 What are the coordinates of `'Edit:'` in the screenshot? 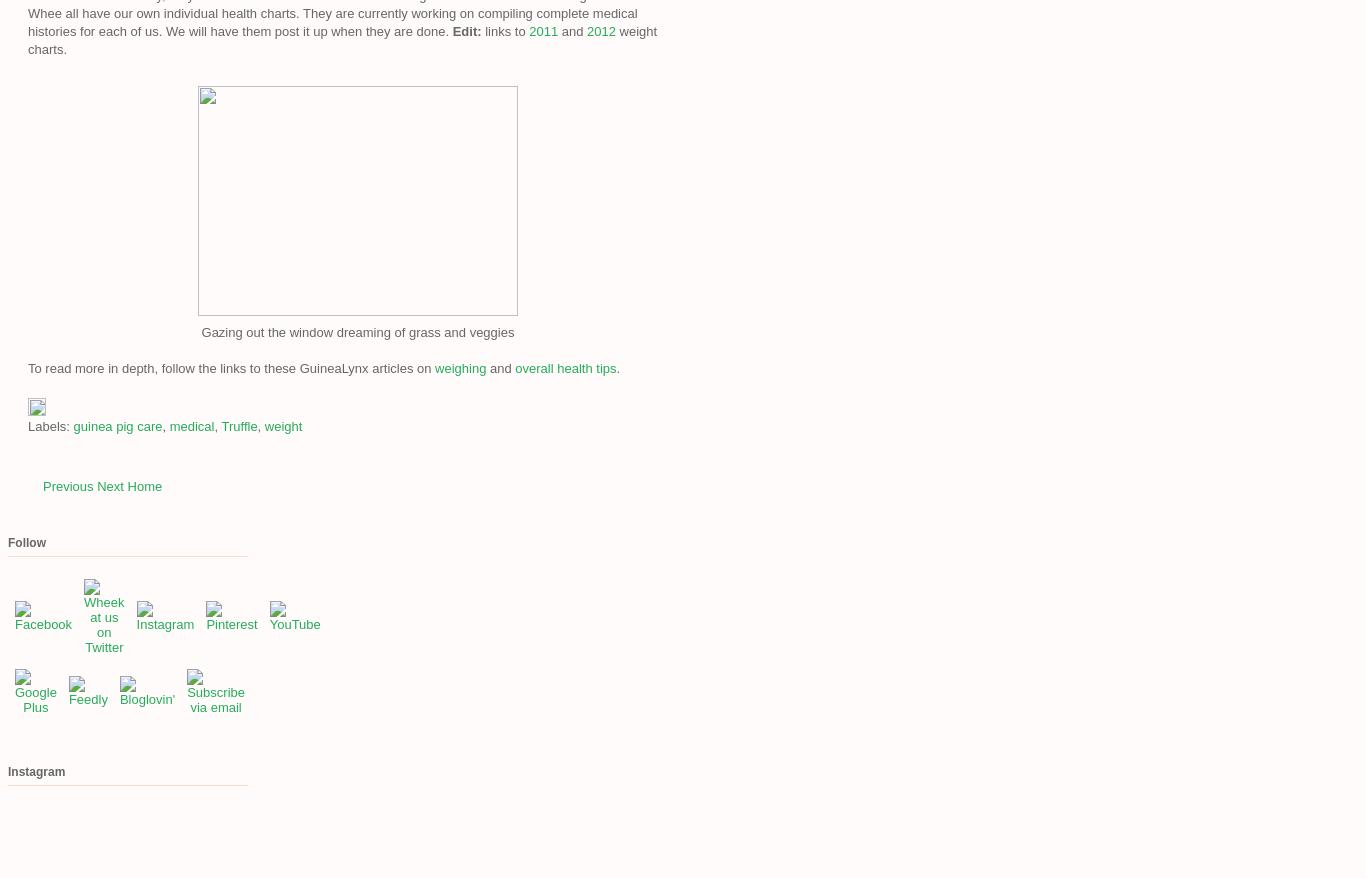 It's located at (466, 30).